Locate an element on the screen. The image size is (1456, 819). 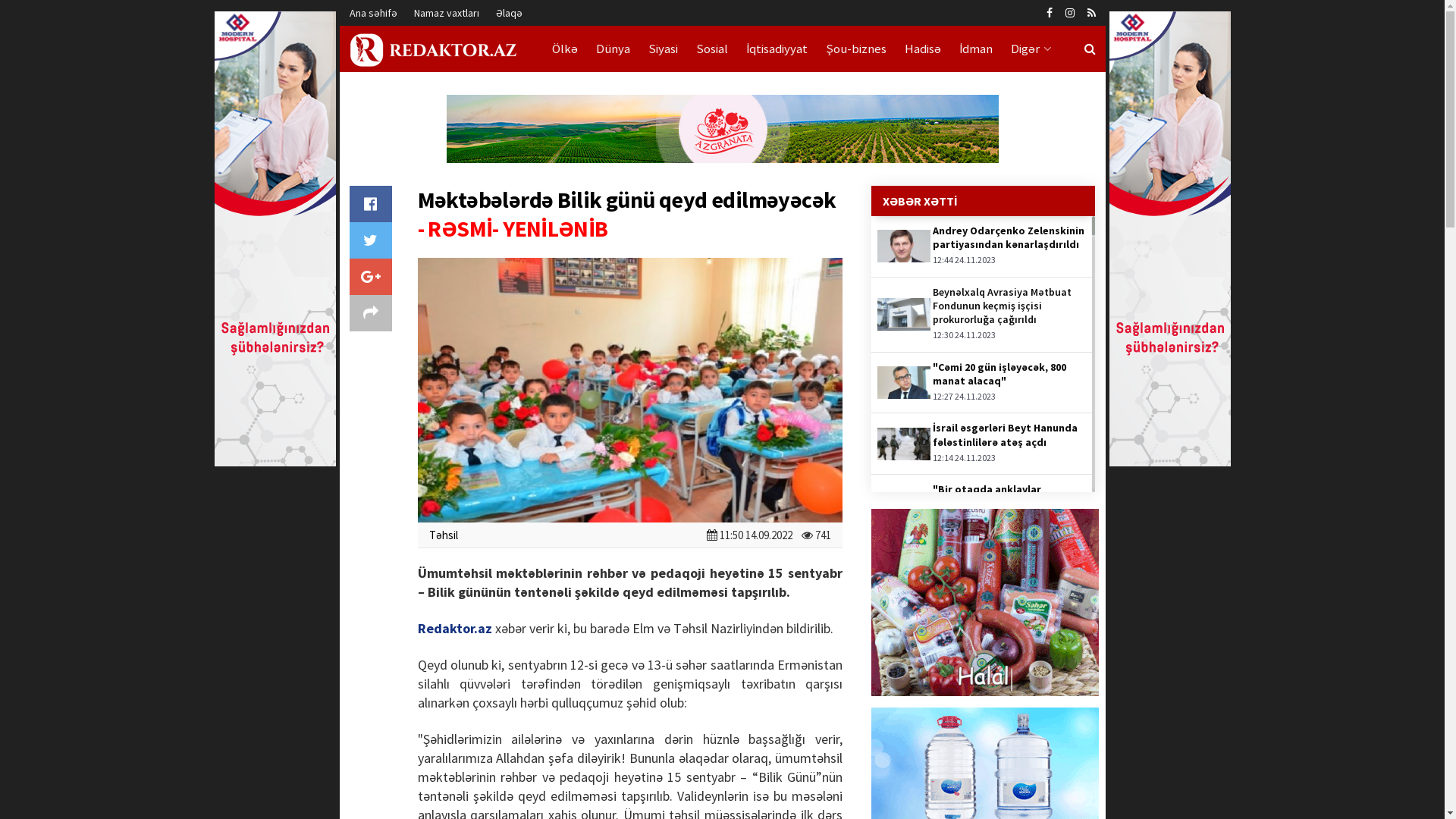
'Sosial' is located at coordinates (711, 48).